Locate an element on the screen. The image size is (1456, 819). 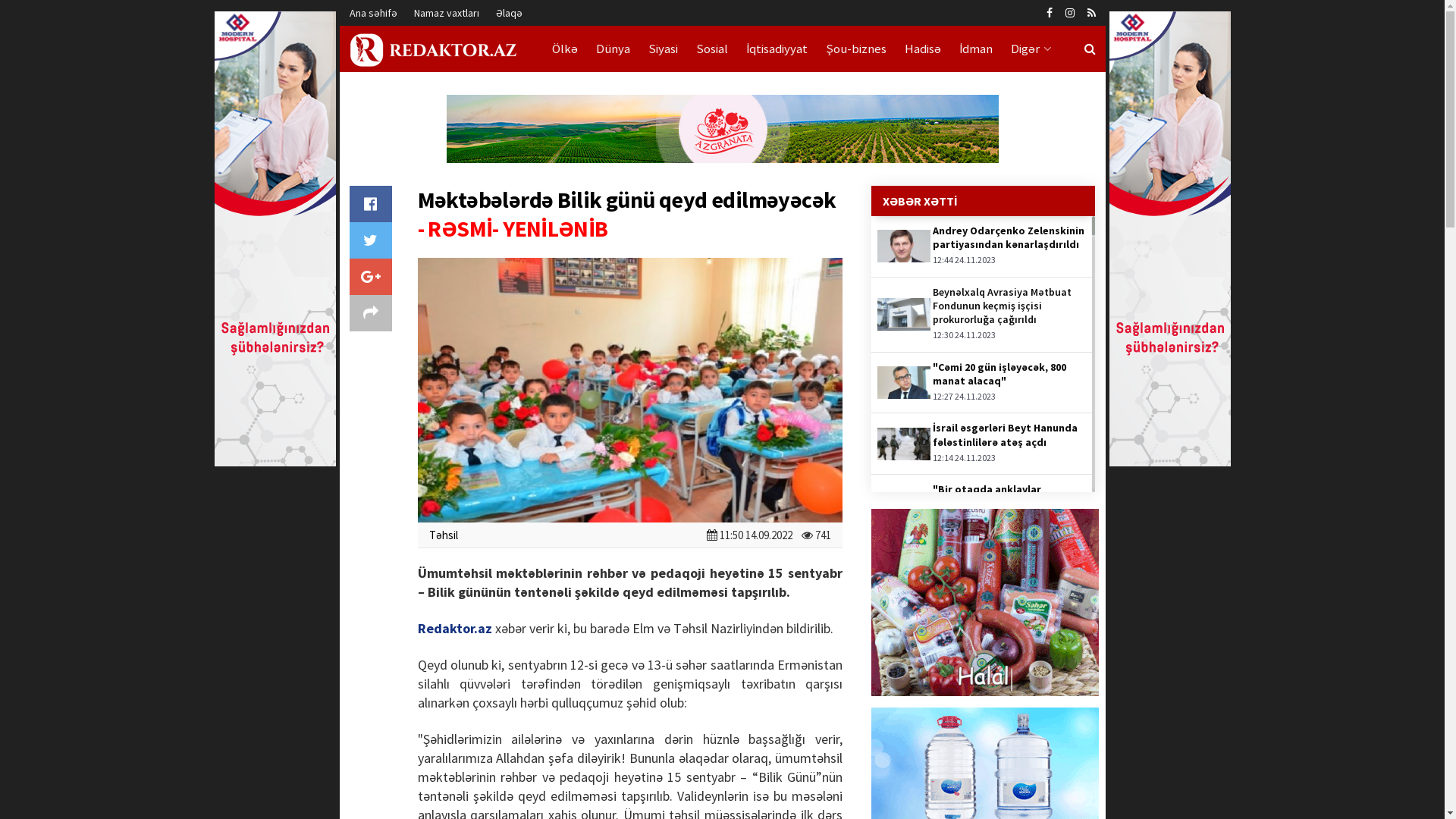
'Sosial' is located at coordinates (711, 48).